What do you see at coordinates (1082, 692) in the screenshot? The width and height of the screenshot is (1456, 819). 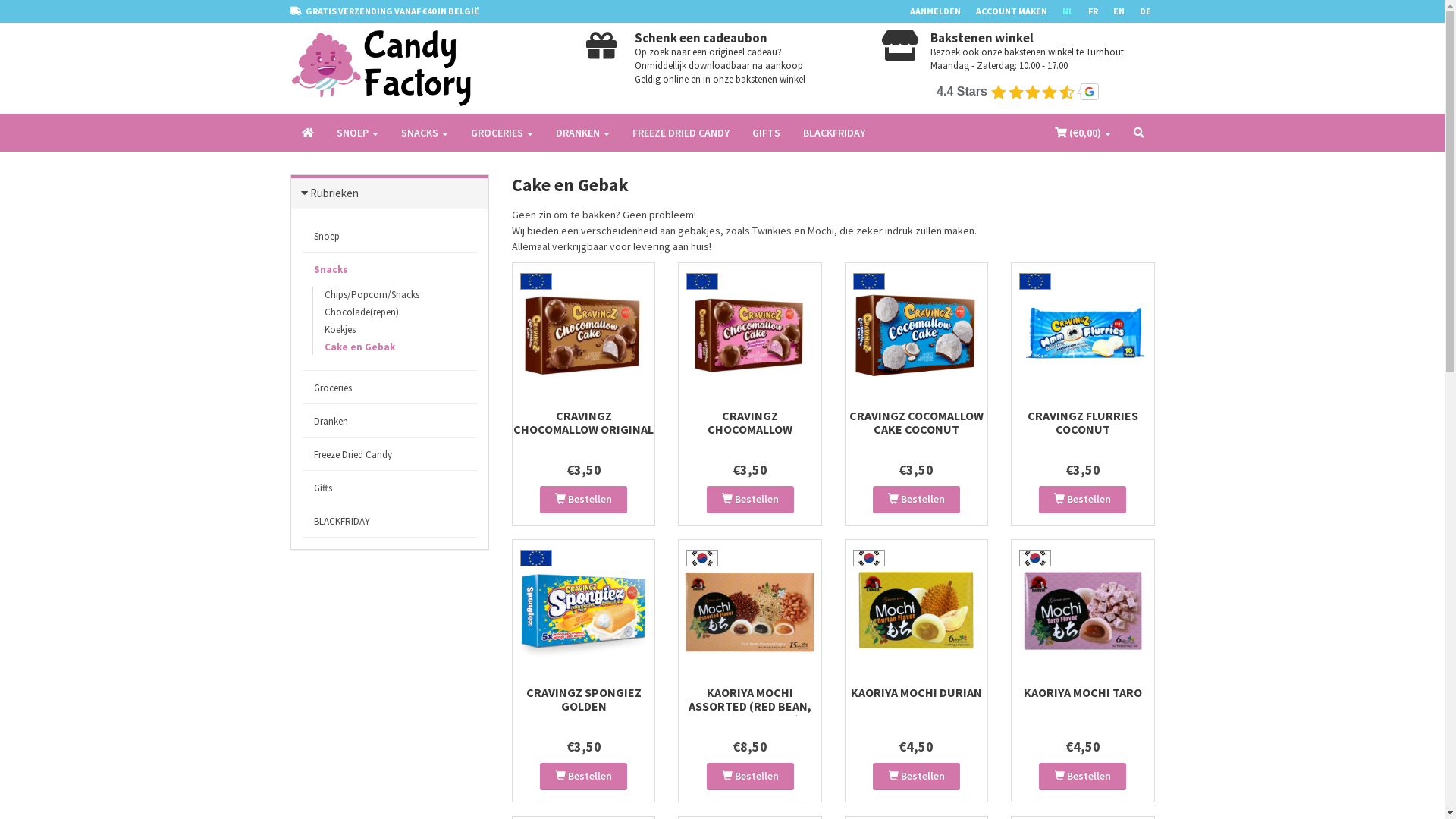 I see `'KAORIYA MOCHI TARO'` at bounding box center [1082, 692].